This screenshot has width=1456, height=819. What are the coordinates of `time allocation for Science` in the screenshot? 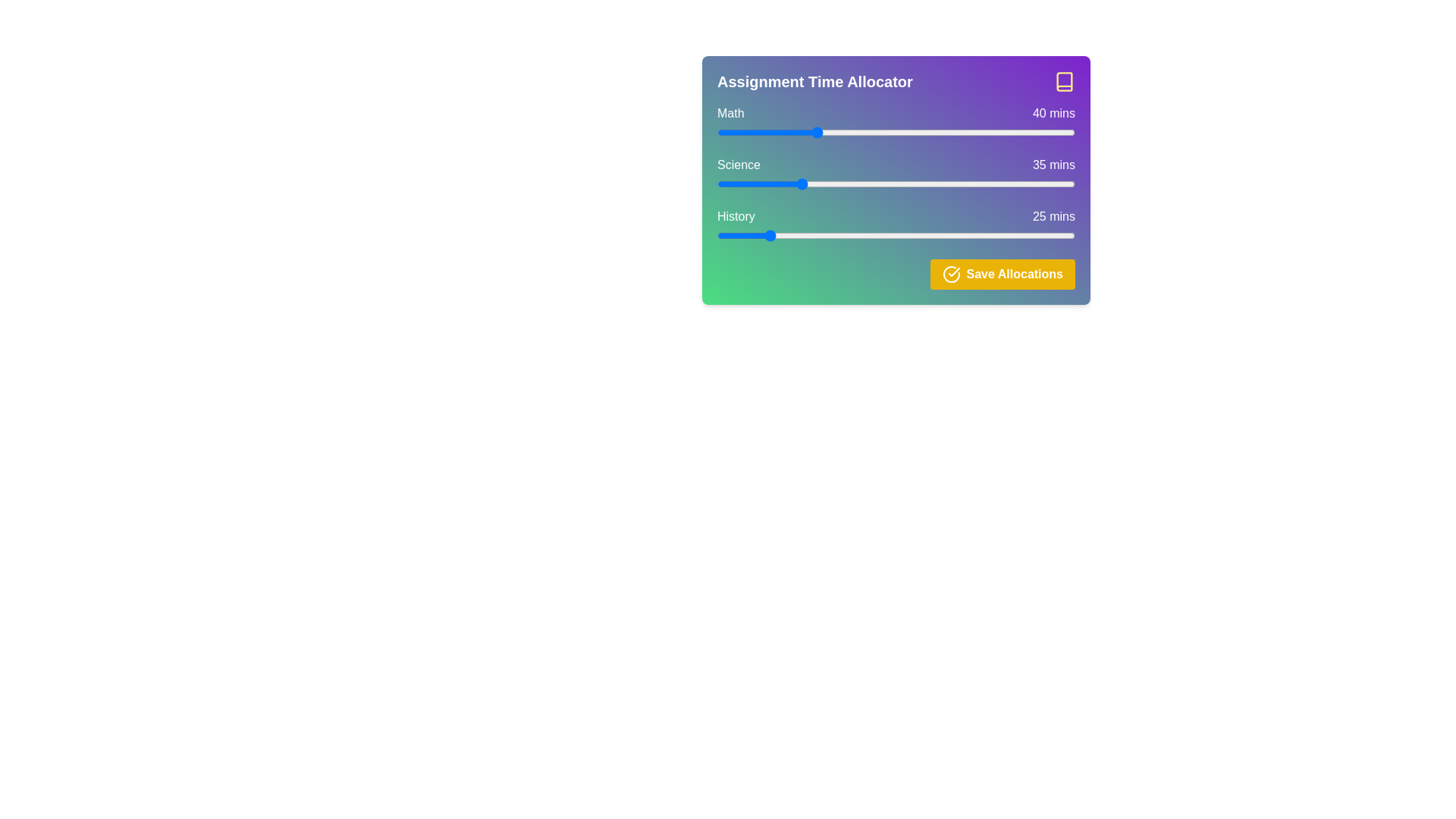 It's located at (827, 184).